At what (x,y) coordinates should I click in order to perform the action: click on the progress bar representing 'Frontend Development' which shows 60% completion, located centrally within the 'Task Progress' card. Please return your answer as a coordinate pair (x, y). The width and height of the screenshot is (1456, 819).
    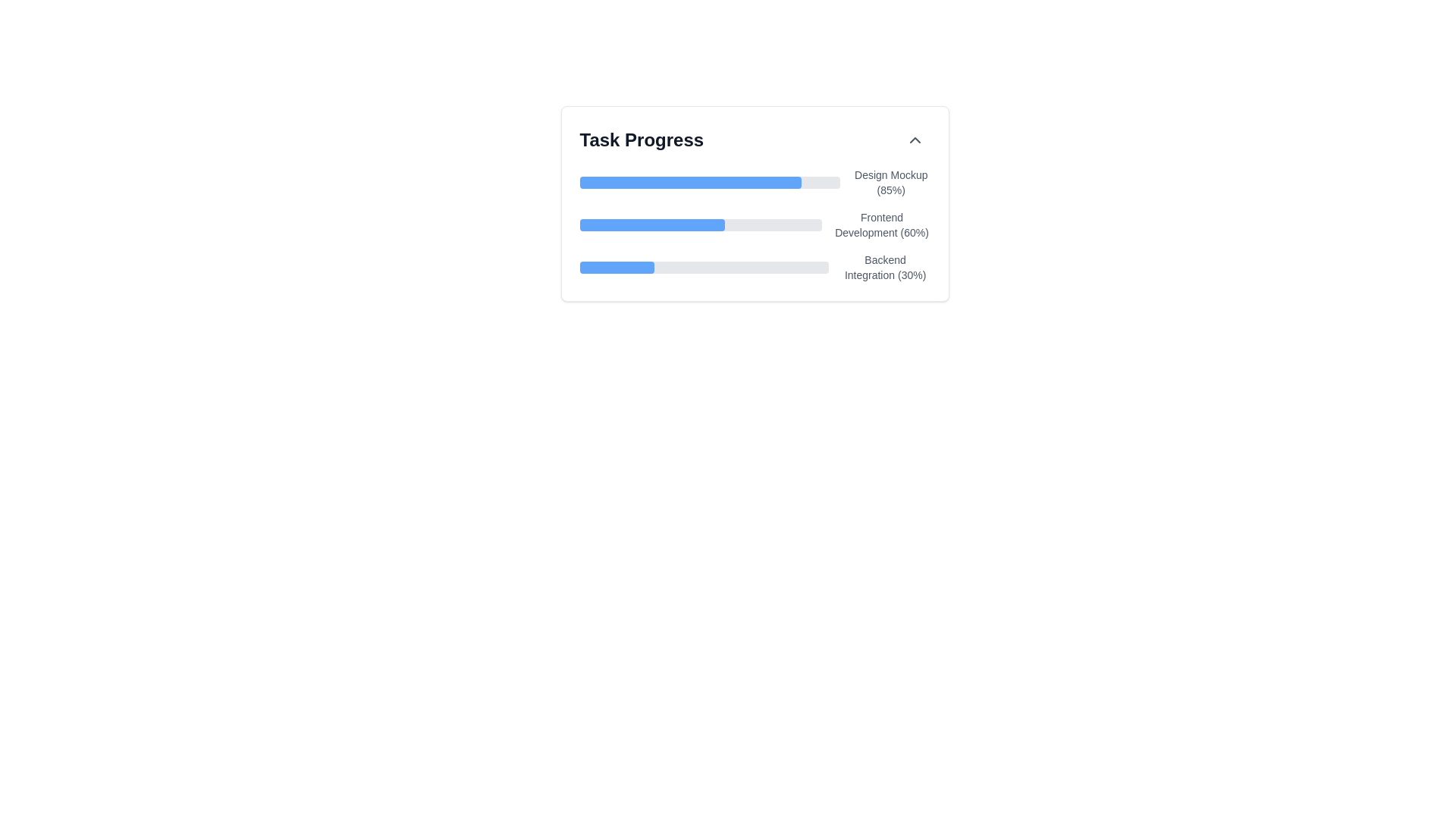
    Looking at the image, I should click on (652, 225).